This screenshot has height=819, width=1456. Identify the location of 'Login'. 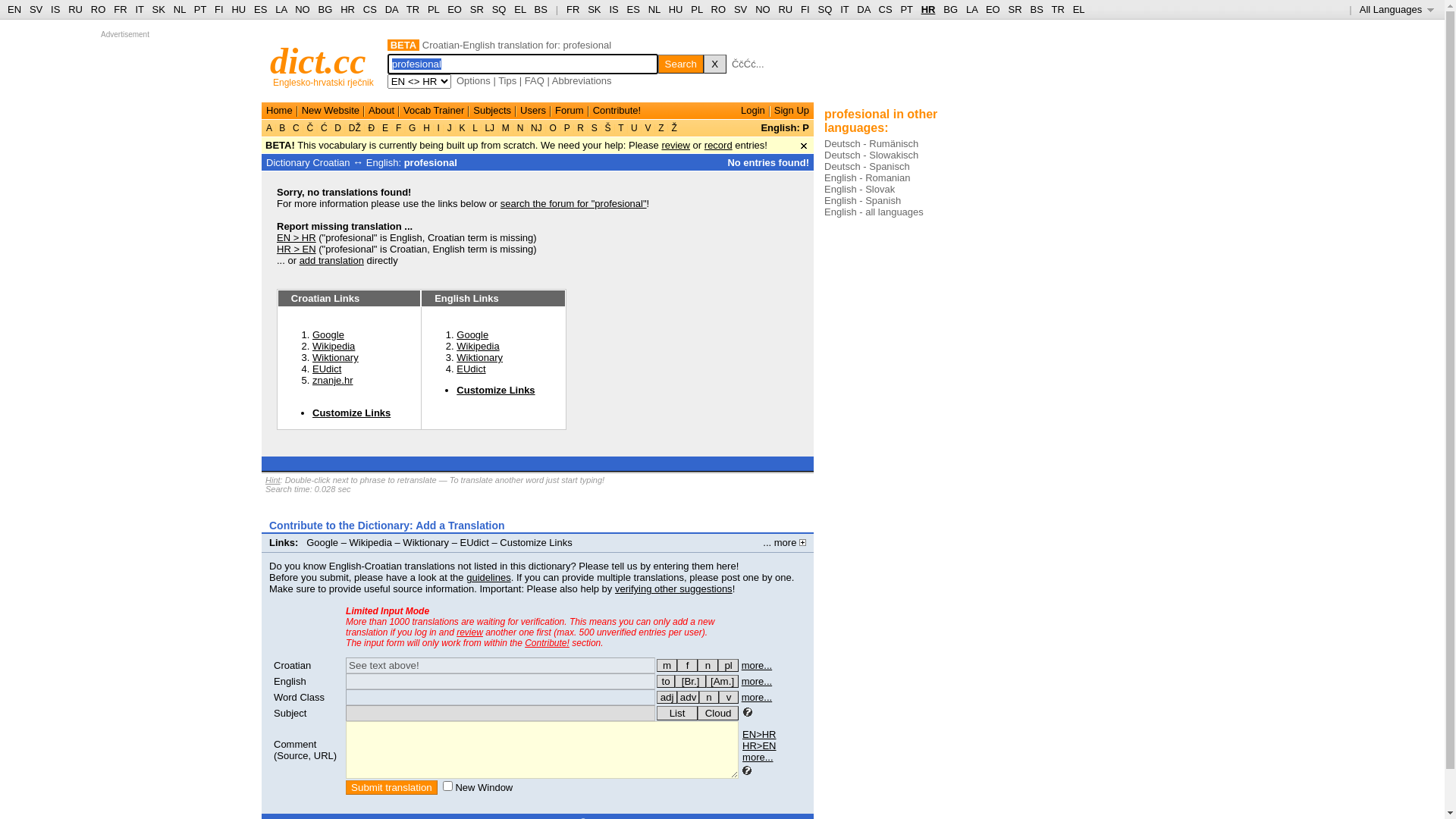
(753, 109).